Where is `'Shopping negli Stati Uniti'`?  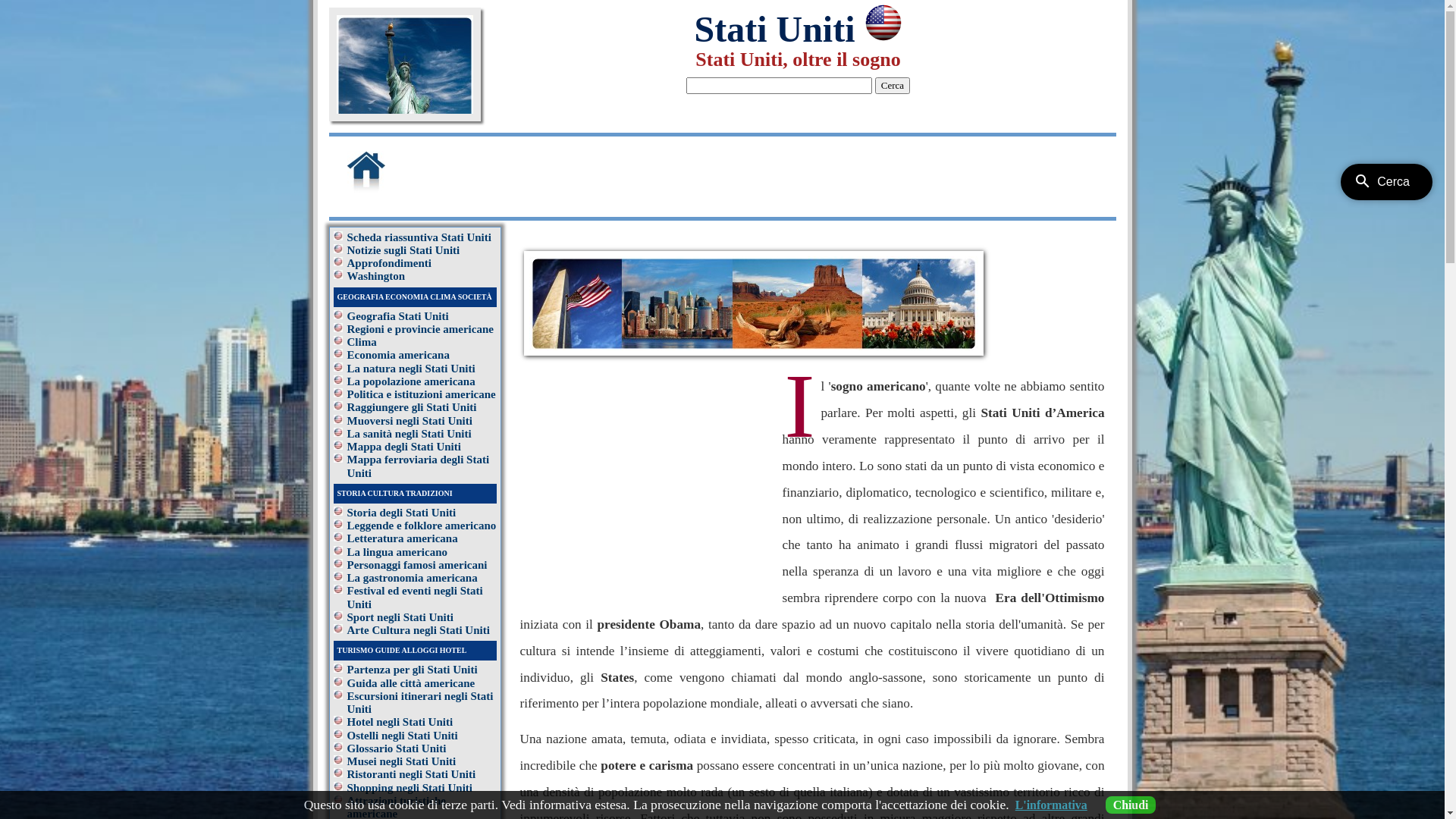
'Shopping negli Stati Uniti' is located at coordinates (409, 786).